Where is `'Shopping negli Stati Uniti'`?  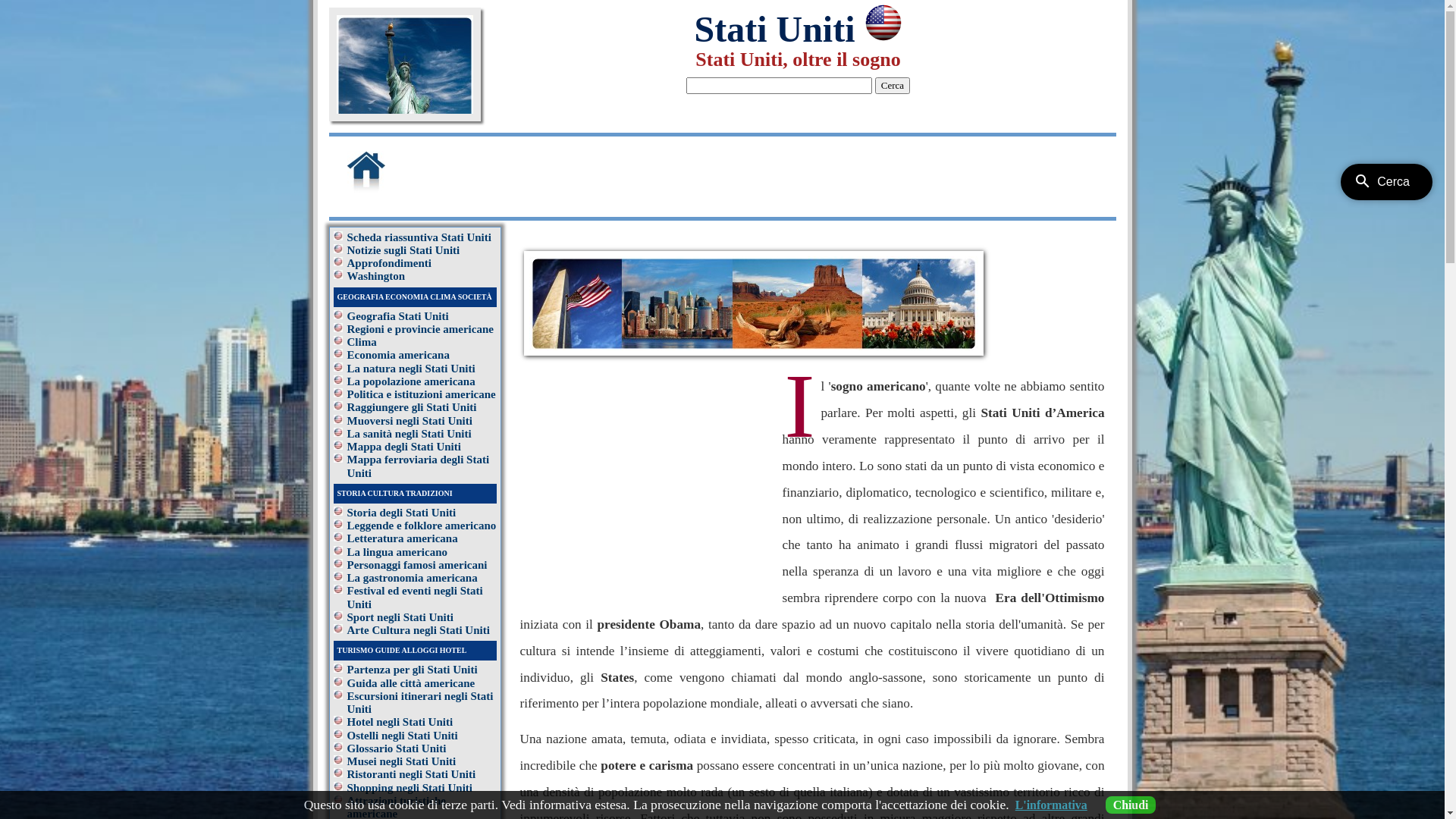
'Shopping negli Stati Uniti' is located at coordinates (409, 786).